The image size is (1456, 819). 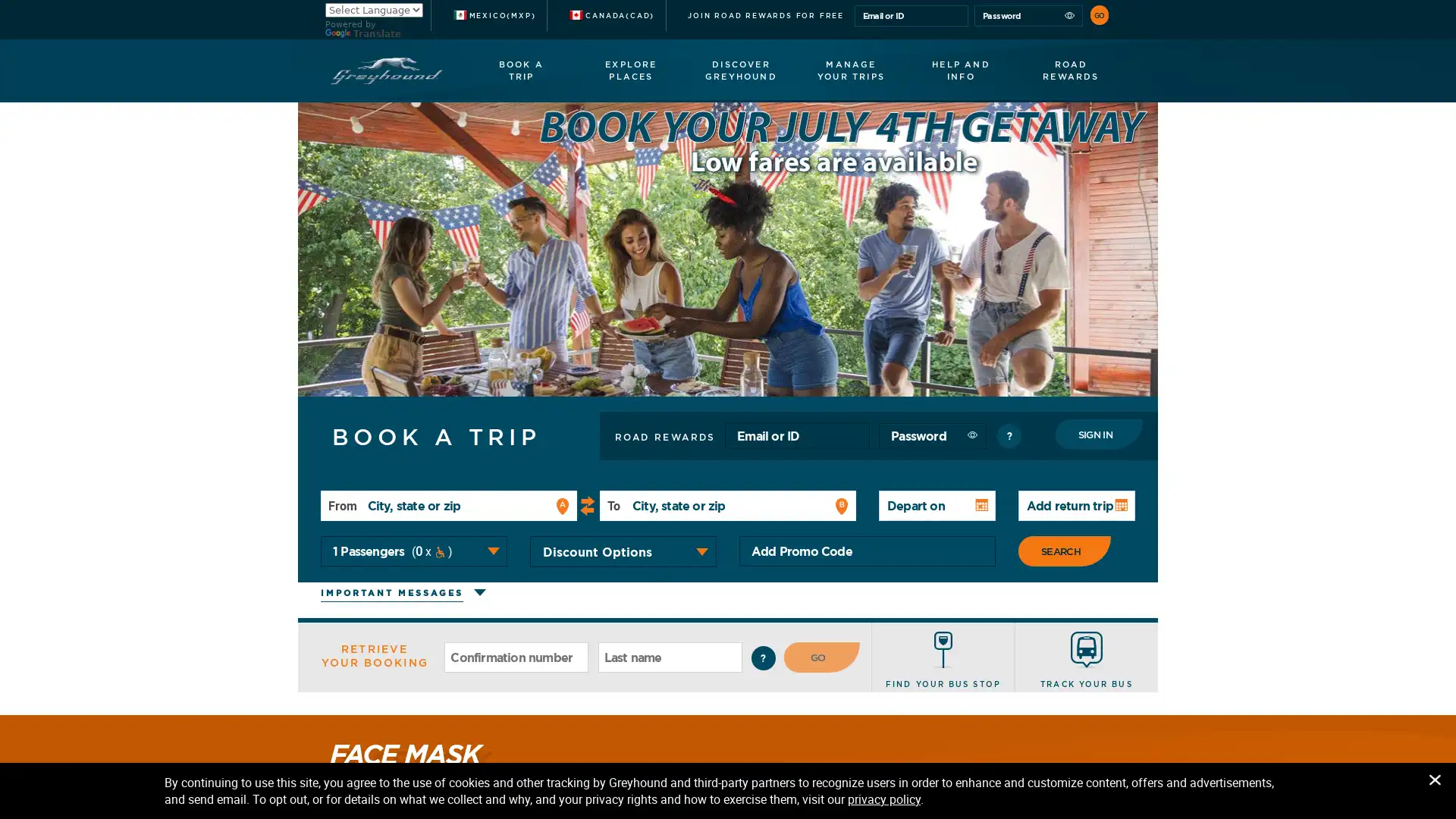 I want to click on Click to expand, so click(x=403, y=591).